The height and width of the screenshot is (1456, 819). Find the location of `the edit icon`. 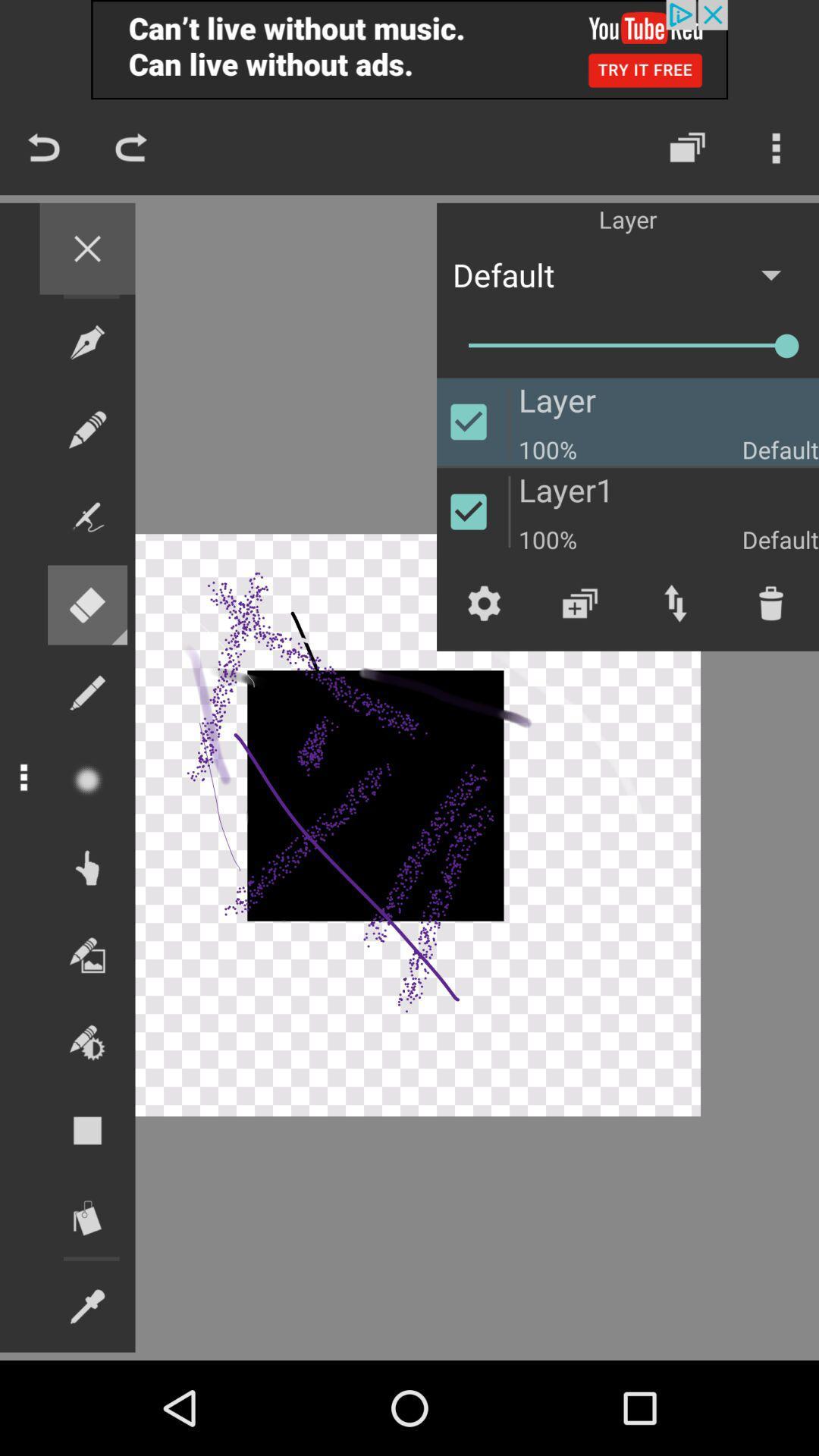

the edit icon is located at coordinates (87, 1306).